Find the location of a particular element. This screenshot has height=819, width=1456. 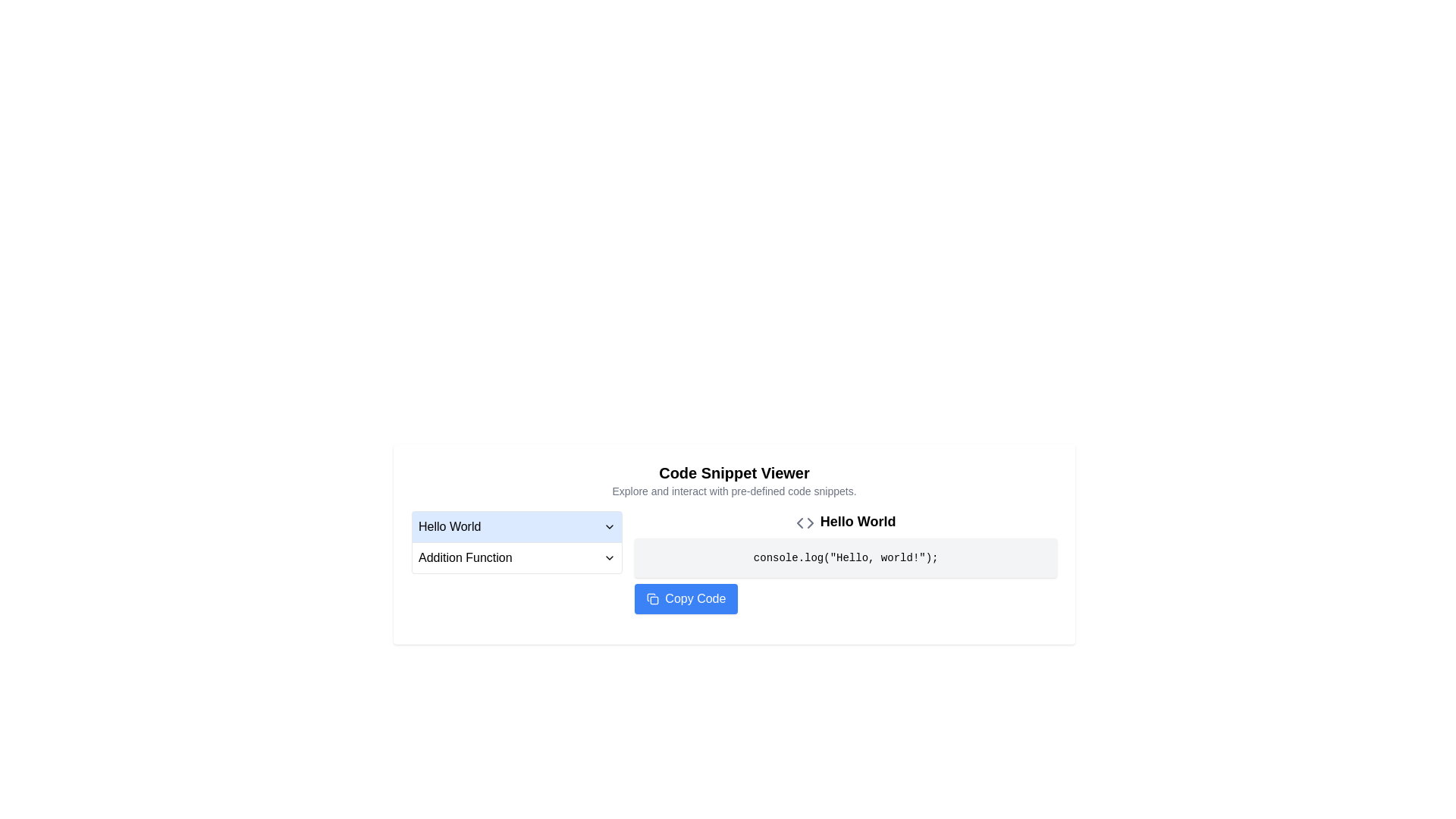

the downward-pointing chevron icon located at the upper-right corner of the 'Hello World' button is located at coordinates (610, 526).